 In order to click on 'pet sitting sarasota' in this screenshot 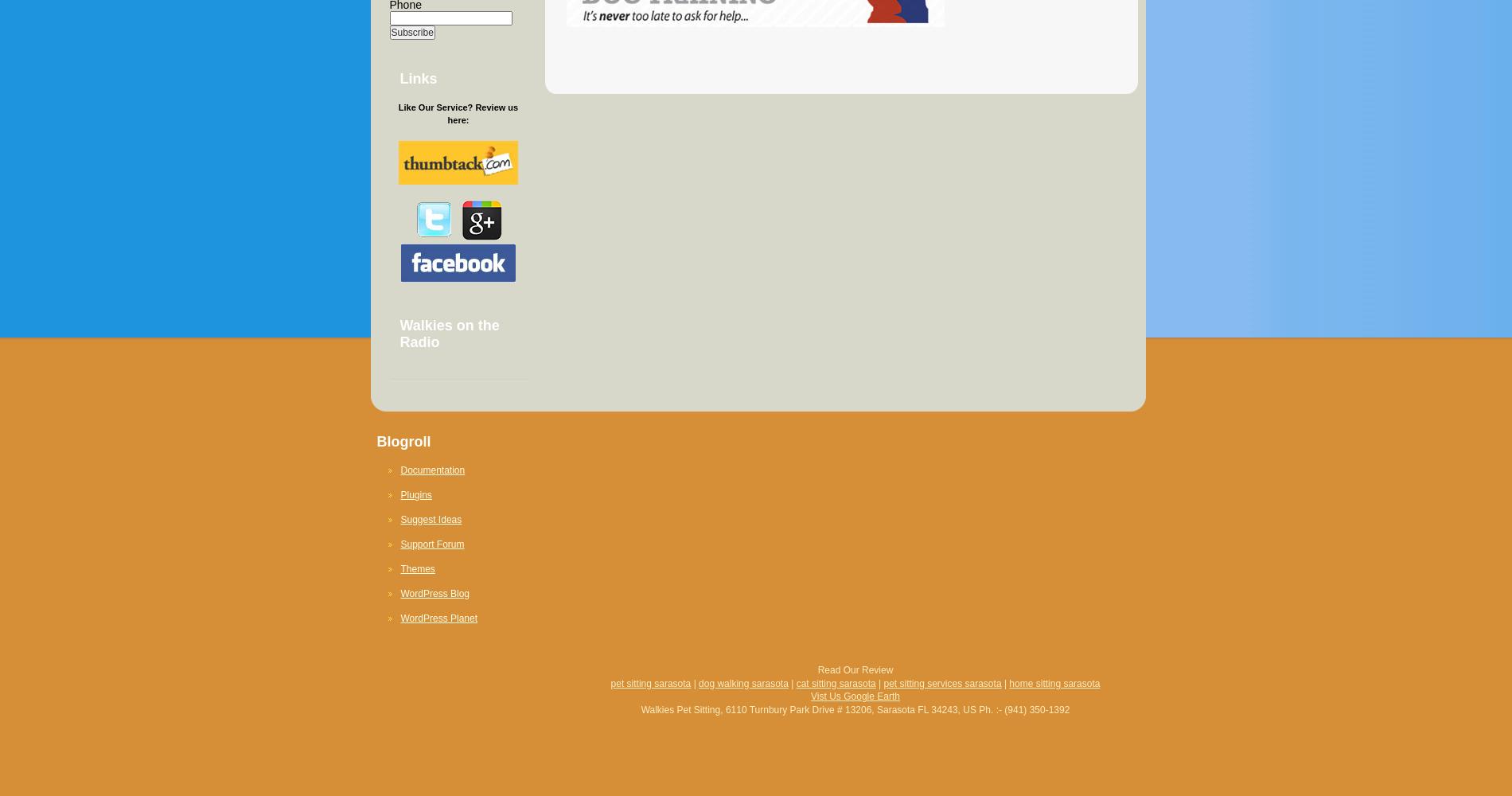, I will do `click(649, 682)`.